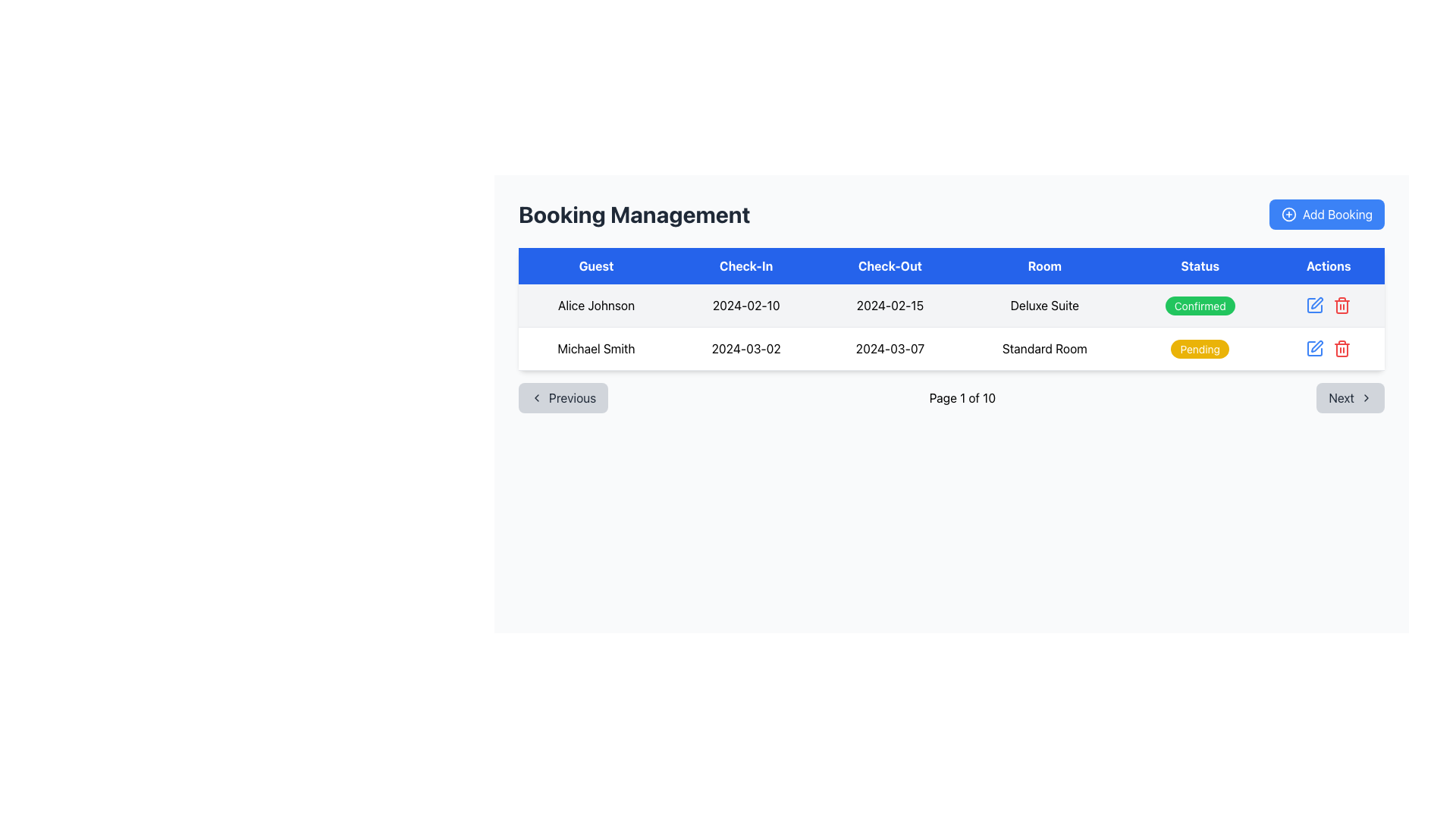  What do you see at coordinates (746, 265) in the screenshot?
I see `the 'Check-In' table header element, which is styled with a blue background and white text, positioned between the 'Guest' and 'Check-Out' headers` at bounding box center [746, 265].